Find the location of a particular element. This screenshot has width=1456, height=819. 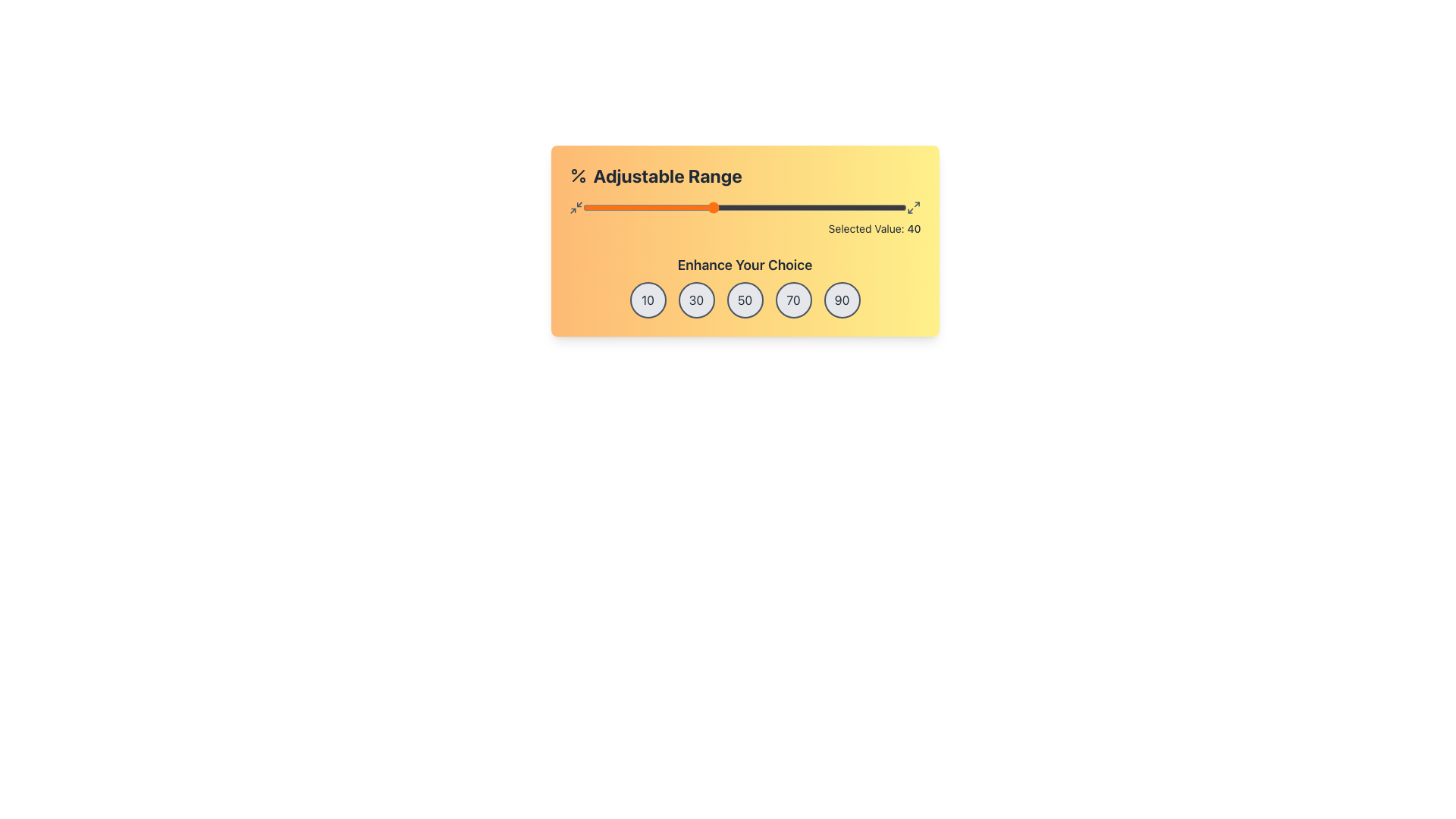

the slider value is located at coordinates (812, 207).